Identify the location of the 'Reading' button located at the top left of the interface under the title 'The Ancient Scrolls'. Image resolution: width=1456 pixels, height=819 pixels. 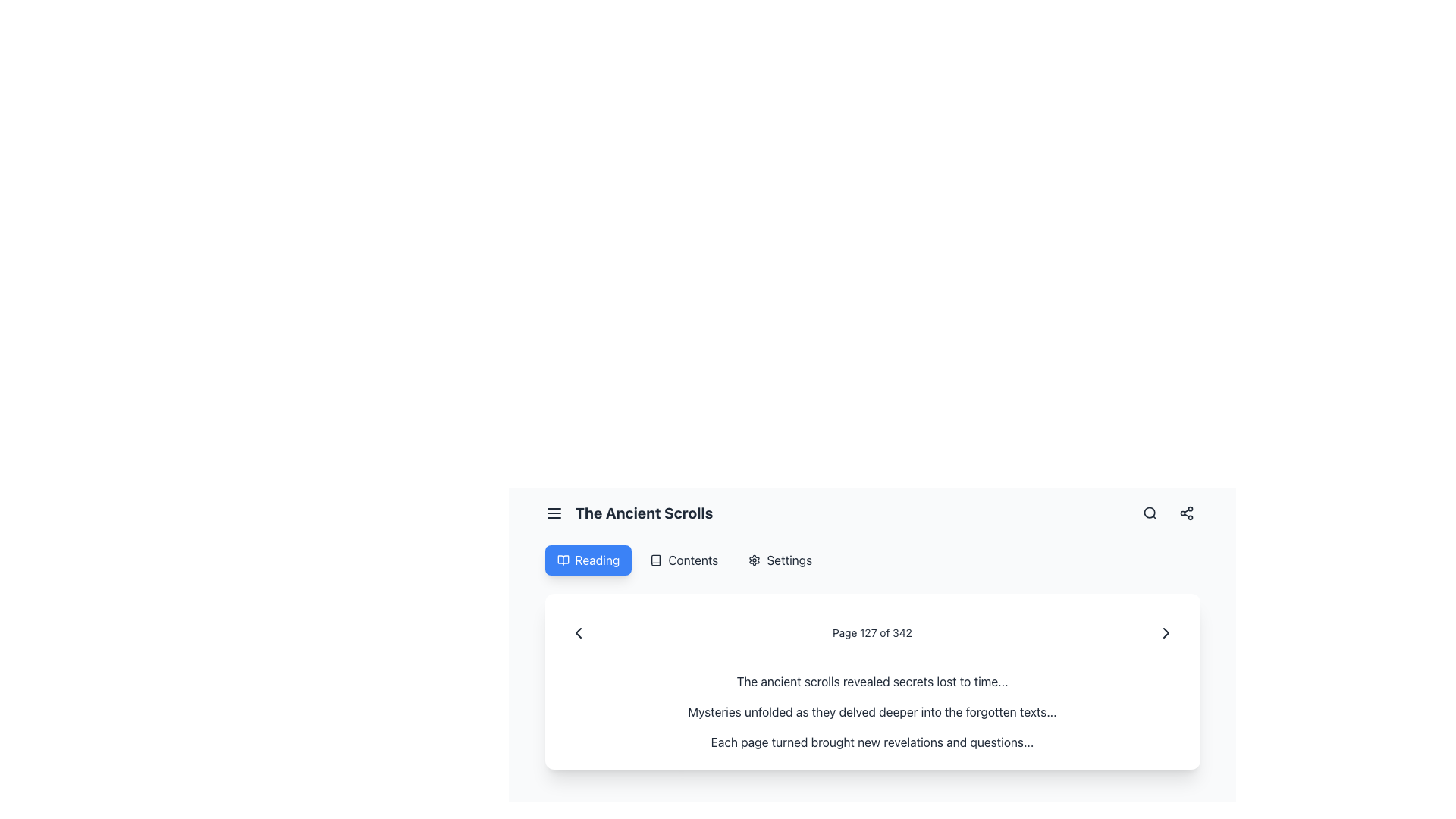
(587, 560).